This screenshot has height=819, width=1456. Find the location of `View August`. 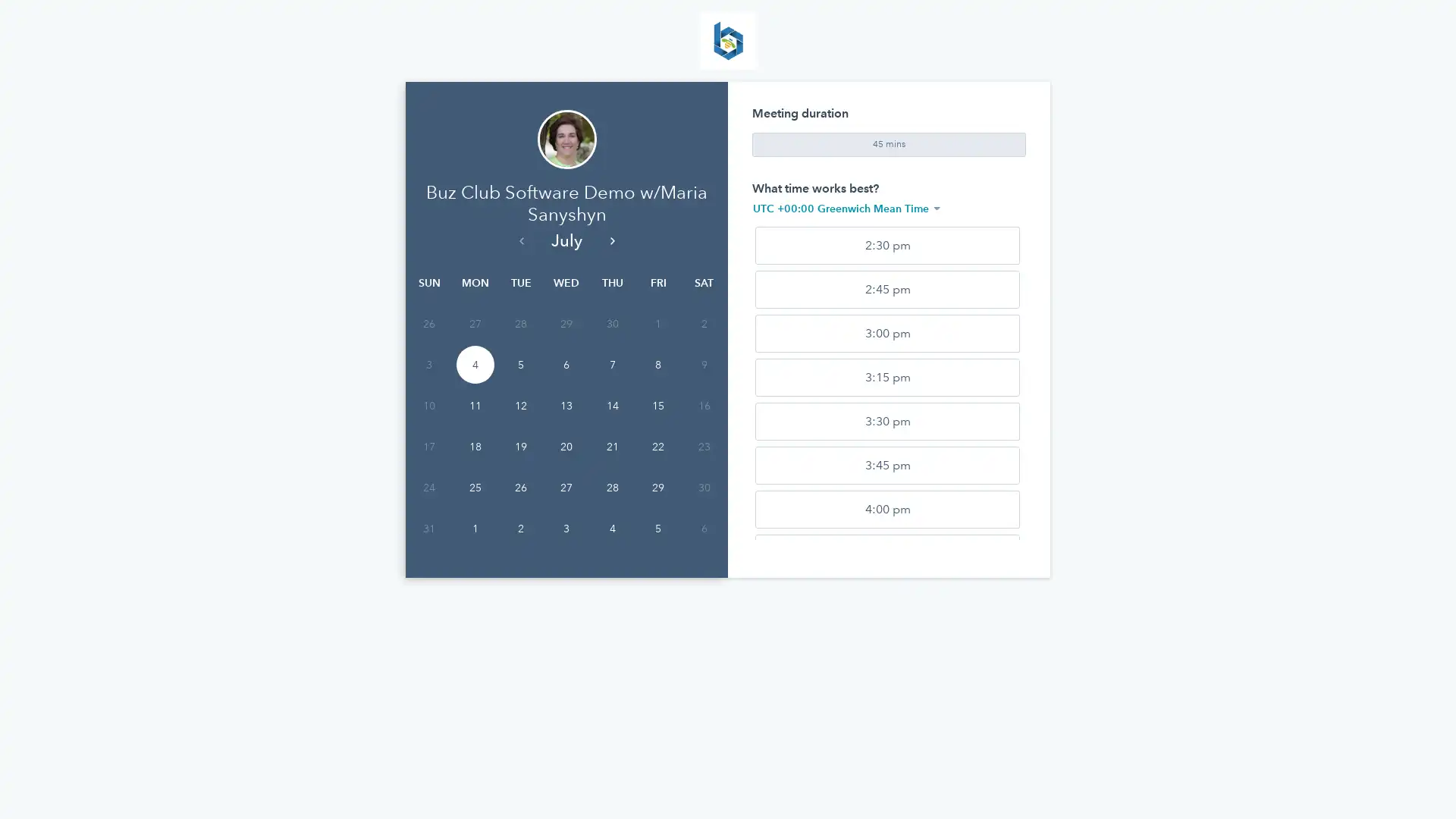

View August is located at coordinates (611, 239).